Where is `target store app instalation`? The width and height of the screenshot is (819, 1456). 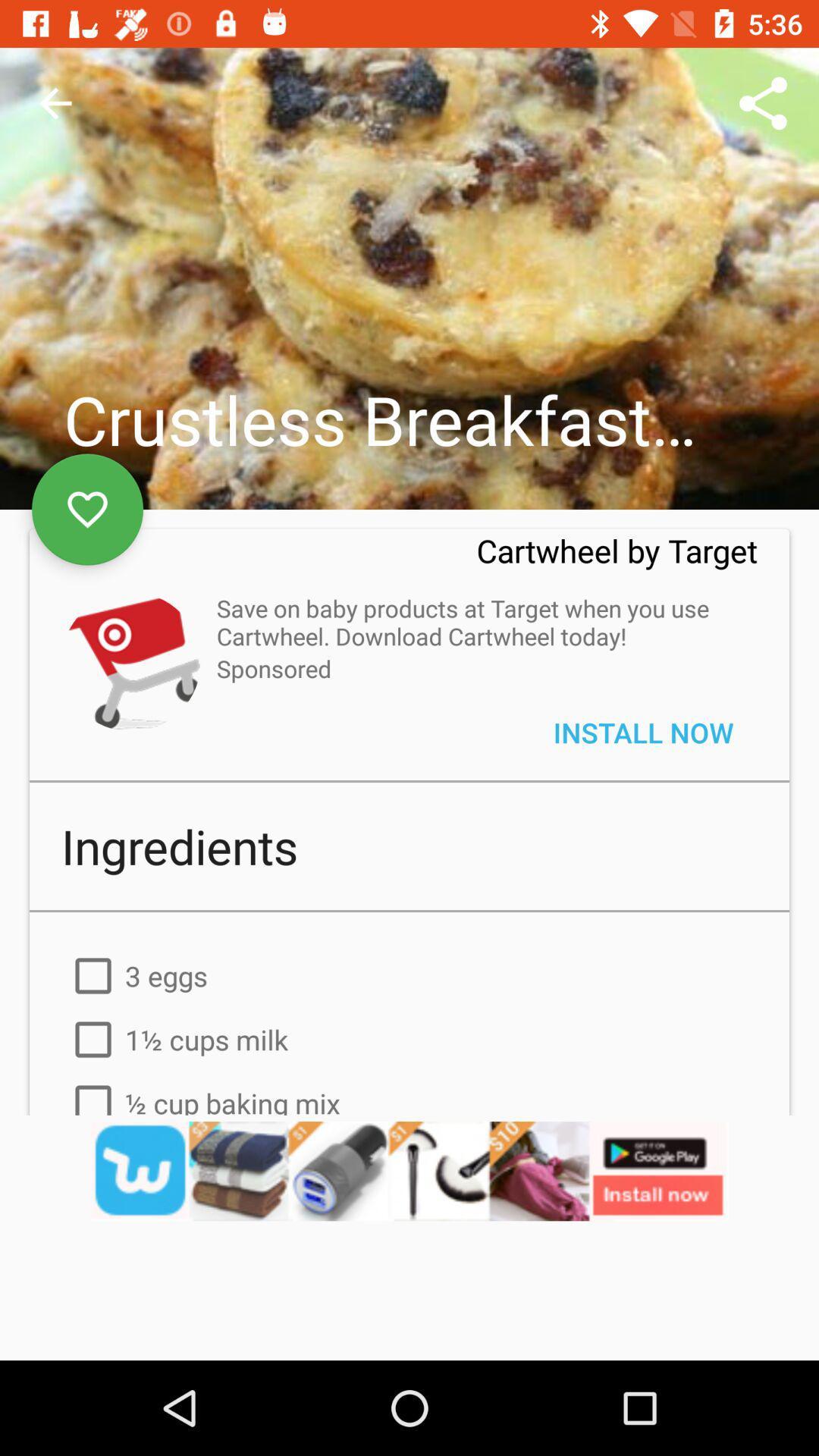
target store app instalation is located at coordinates (130, 661).